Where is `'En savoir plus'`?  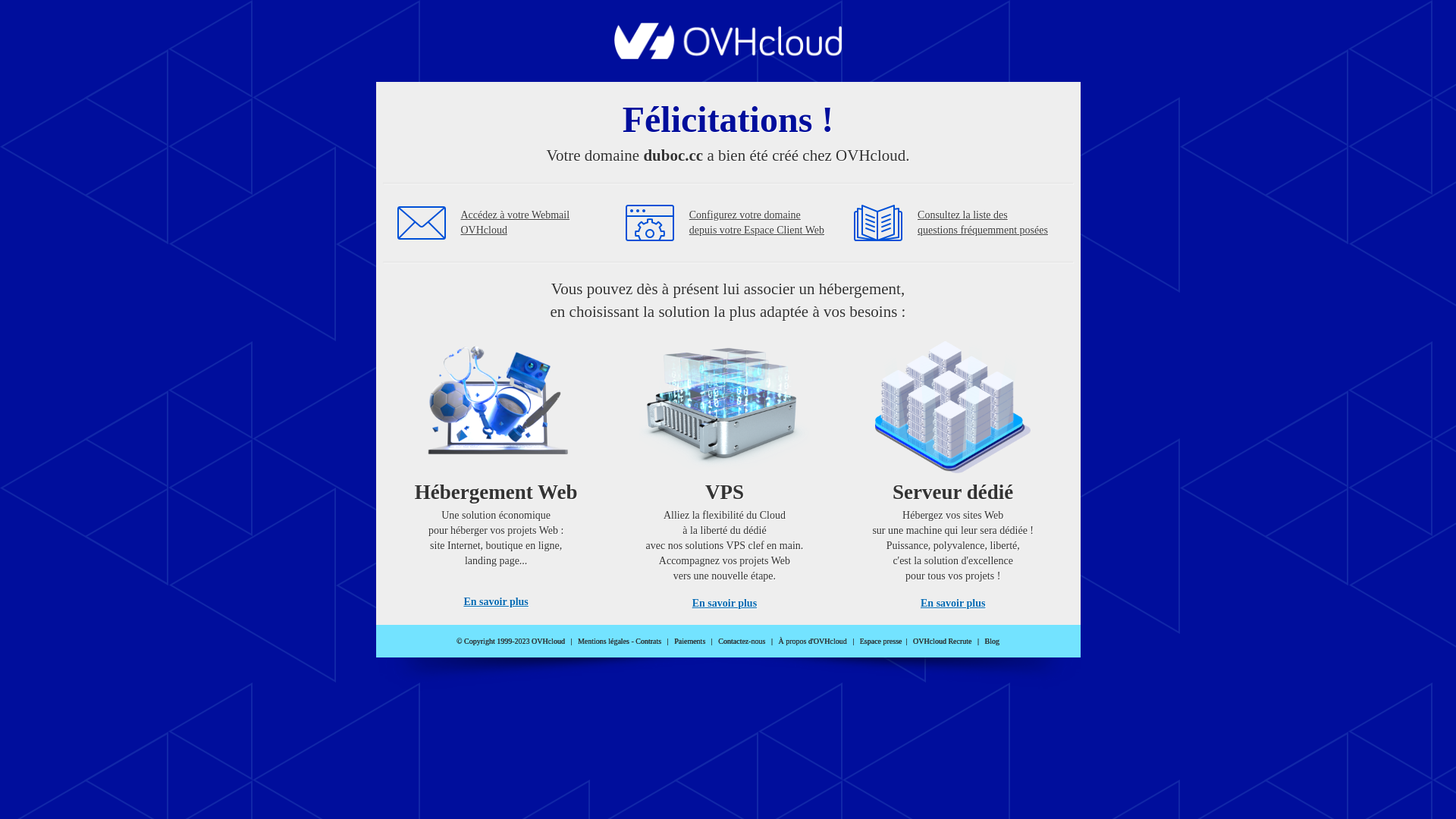
'En savoir plus' is located at coordinates (723, 602).